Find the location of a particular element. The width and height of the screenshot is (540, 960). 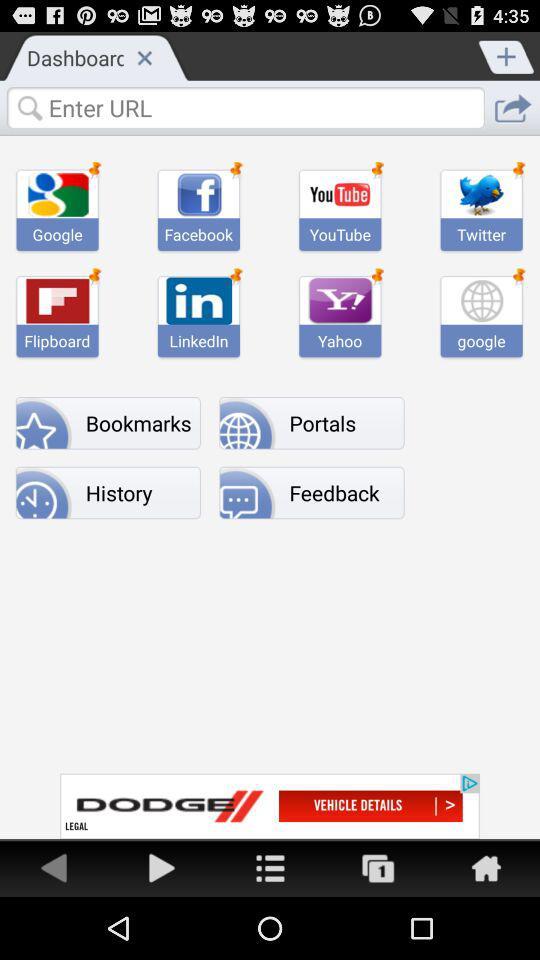

go back is located at coordinates (54, 866).